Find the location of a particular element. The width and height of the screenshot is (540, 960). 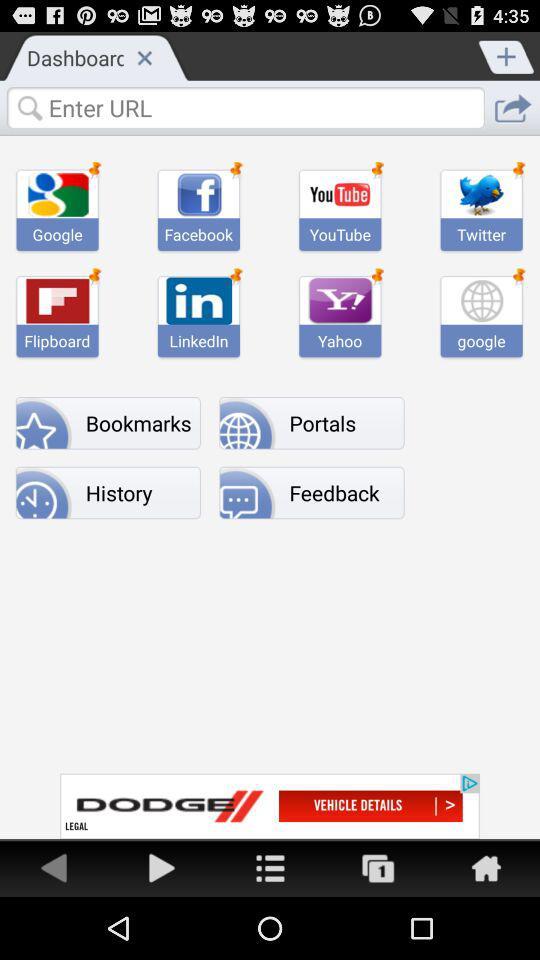

go back is located at coordinates (54, 866).